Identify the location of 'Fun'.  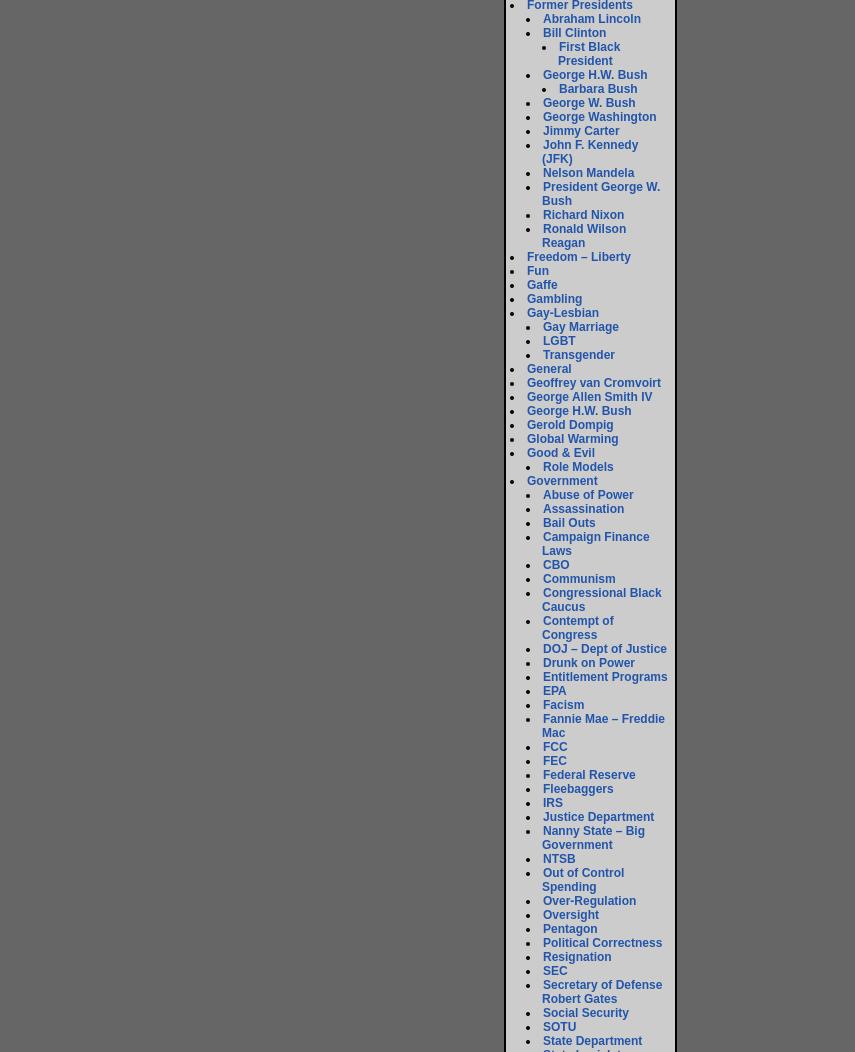
(537, 270).